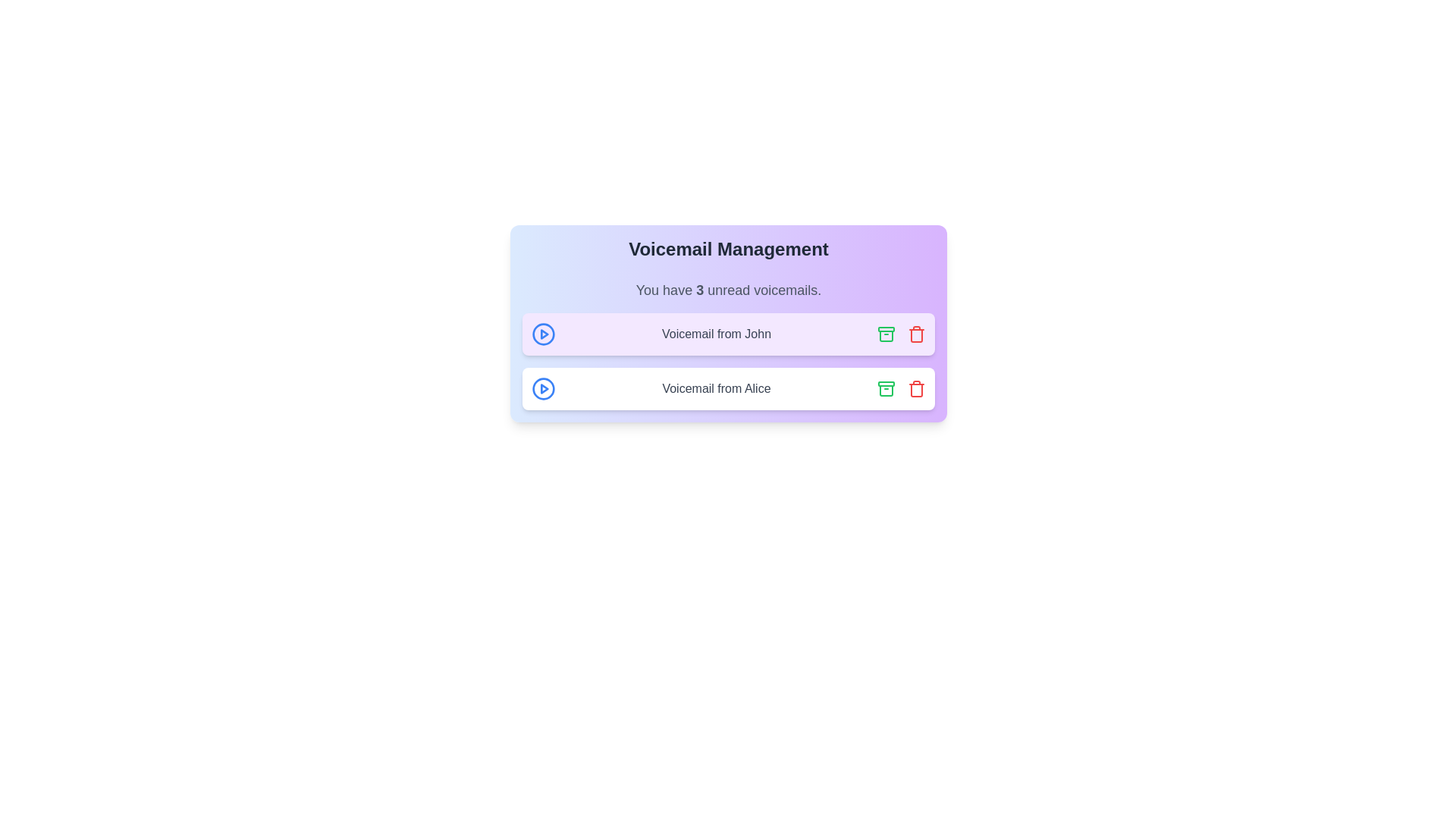  What do you see at coordinates (716, 333) in the screenshot?
I see `text content of the title for the voicemail entry displayed in the first voicemail card, which is horizontally centered in the voicemail management interface` at bounding box center [716, 333].